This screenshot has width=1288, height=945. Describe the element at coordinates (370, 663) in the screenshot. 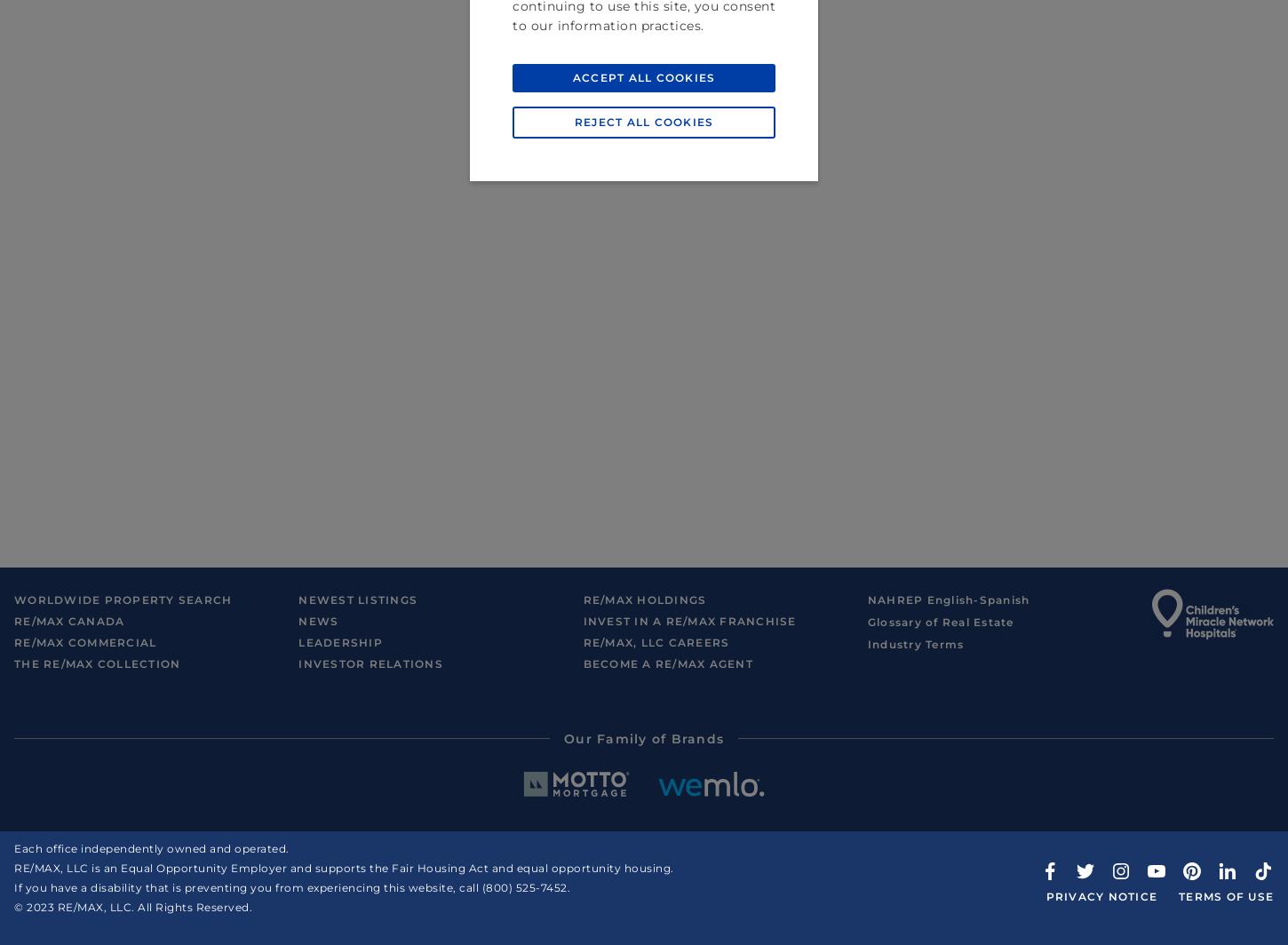

I see `'Investor Relations'` at that location.